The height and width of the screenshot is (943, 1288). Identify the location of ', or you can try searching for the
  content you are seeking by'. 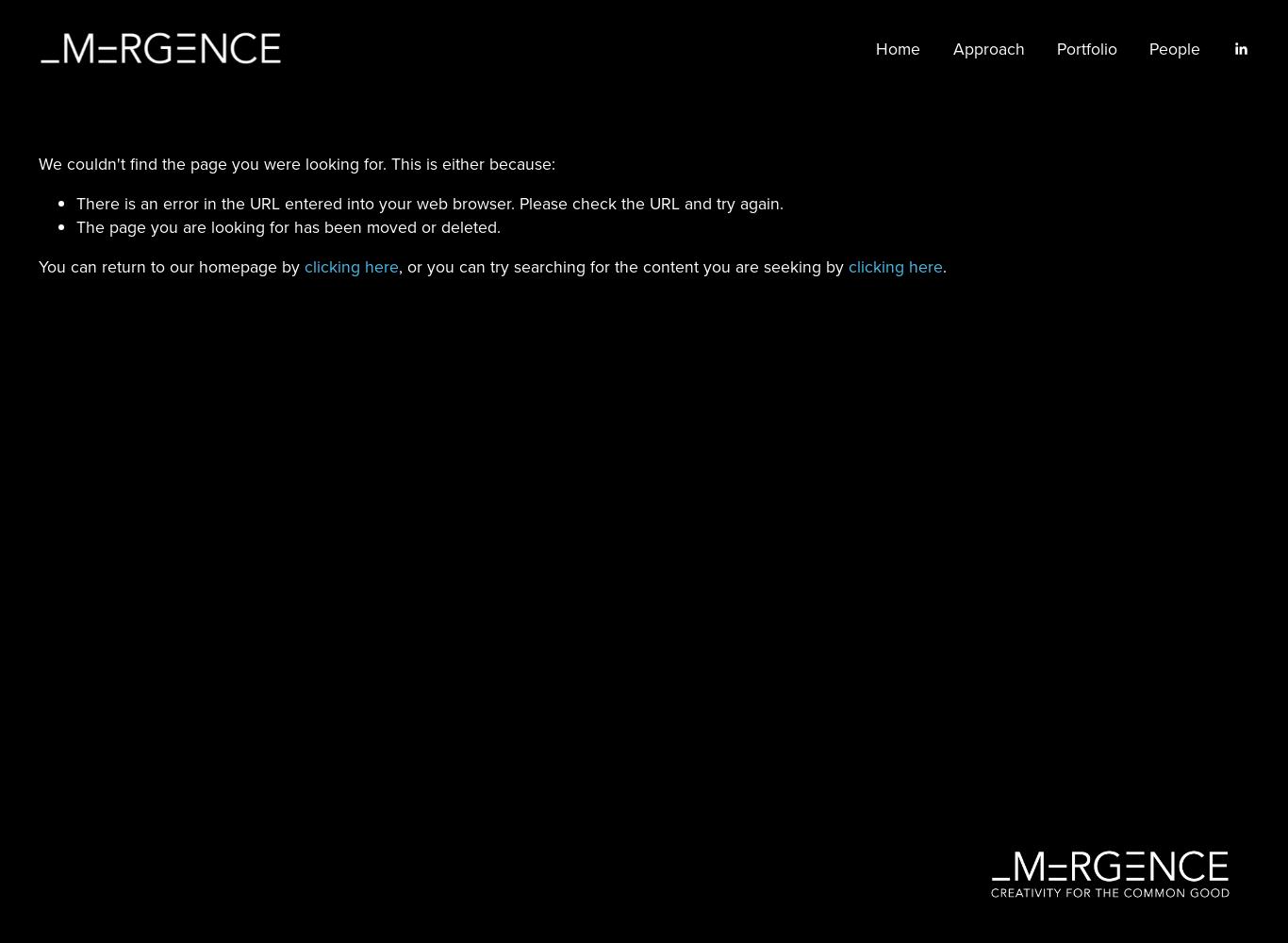
(621, 266).